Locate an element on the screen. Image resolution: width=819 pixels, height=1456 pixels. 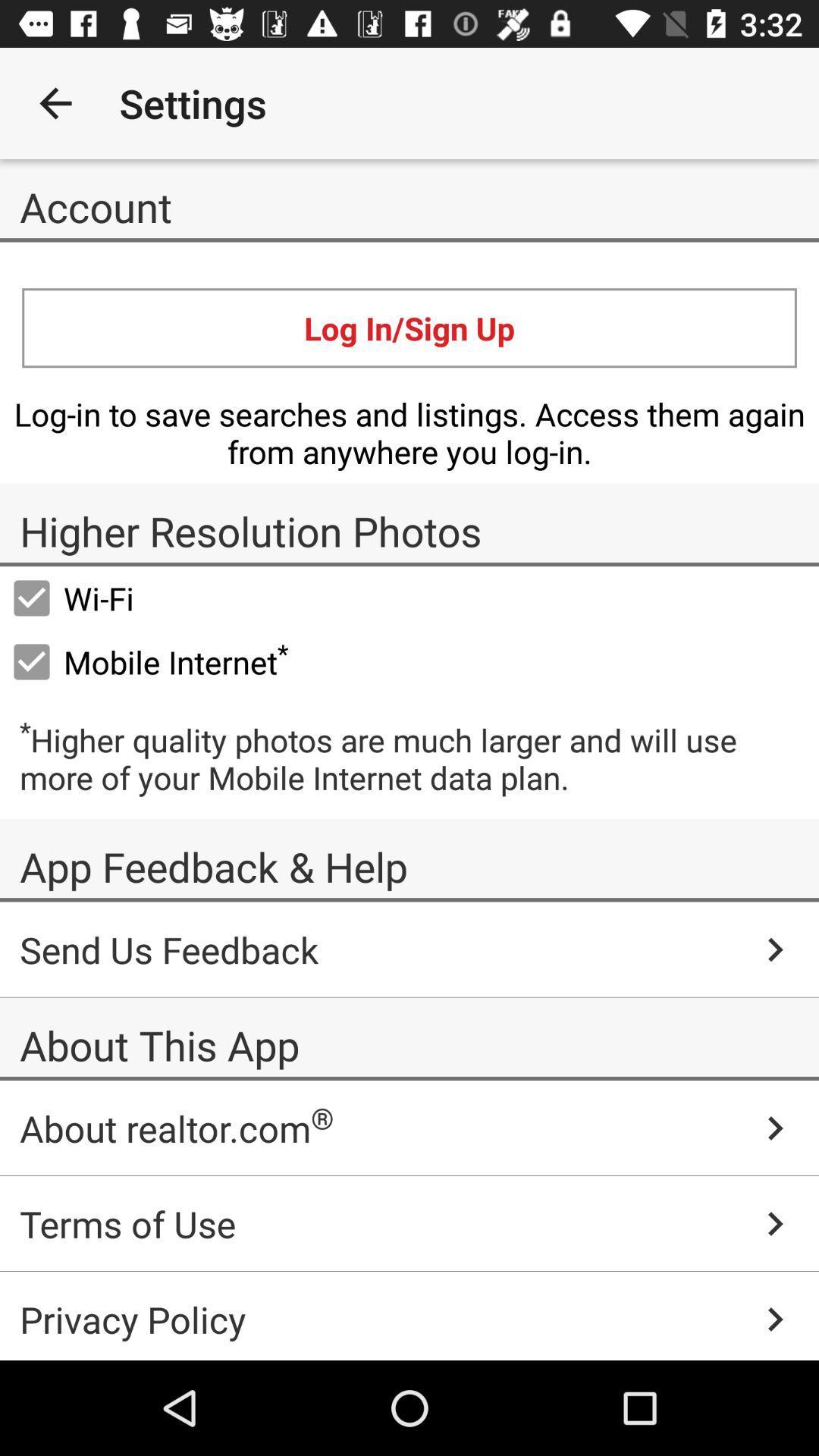
icon next to the settings icon is located at coordinates (55, 102).